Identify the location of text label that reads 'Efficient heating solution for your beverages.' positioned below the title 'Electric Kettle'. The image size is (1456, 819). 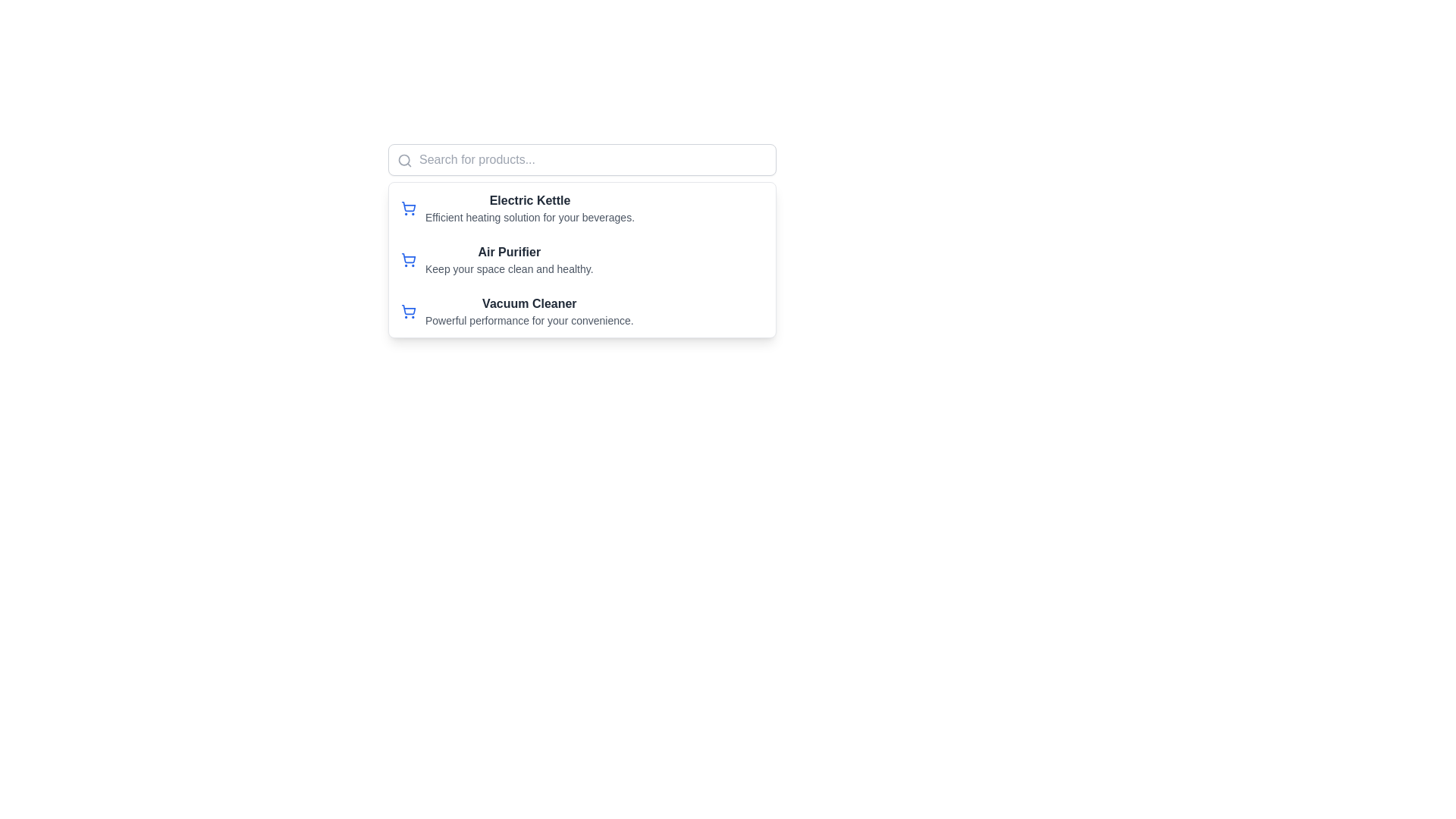
(530, 217).